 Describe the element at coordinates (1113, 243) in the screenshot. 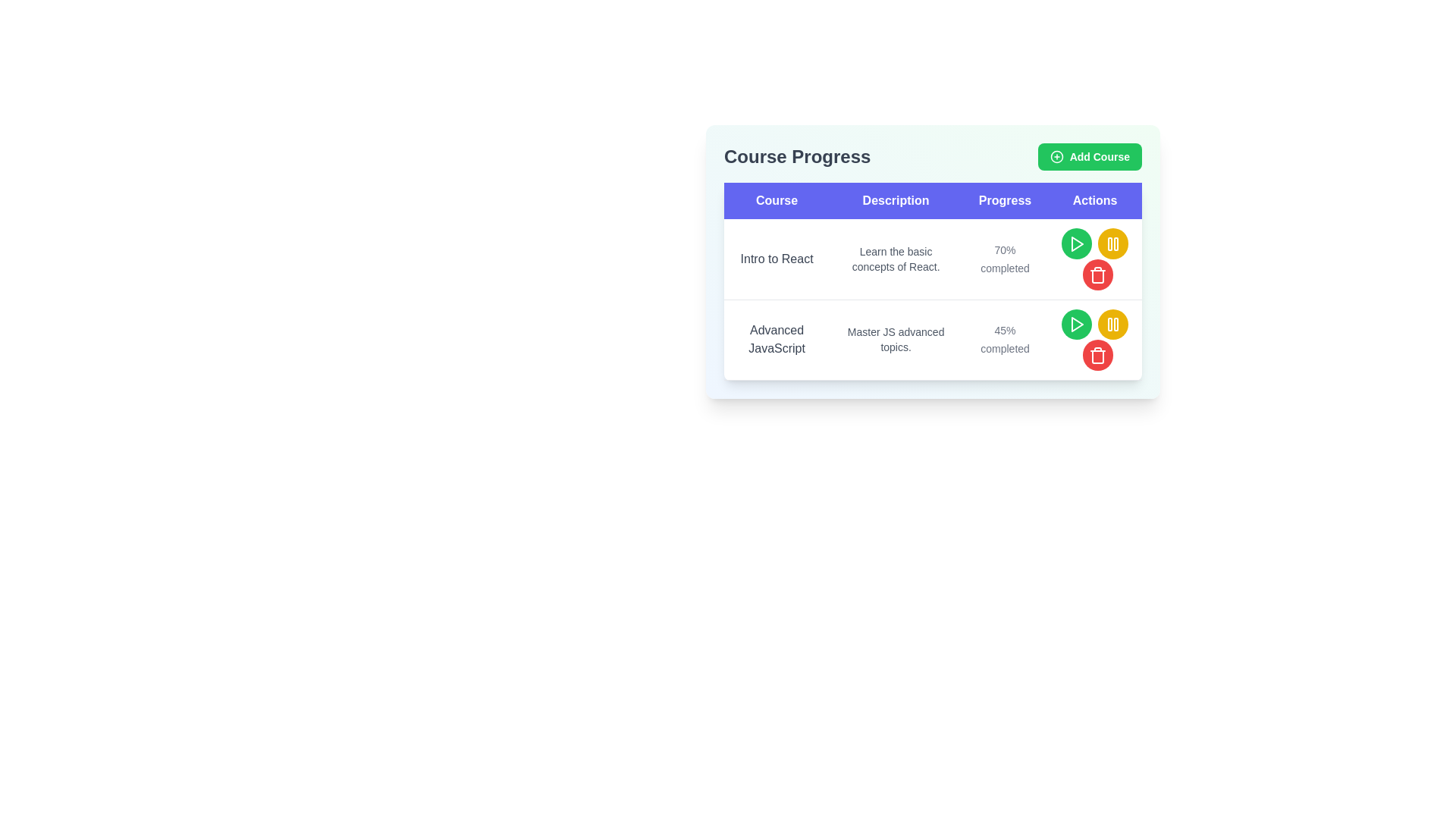

I see `the circular yellow button with a white pause icon located in the 'Actions' column for the 'Advanced JavaScript' course, which is the second button in that column` at that location.